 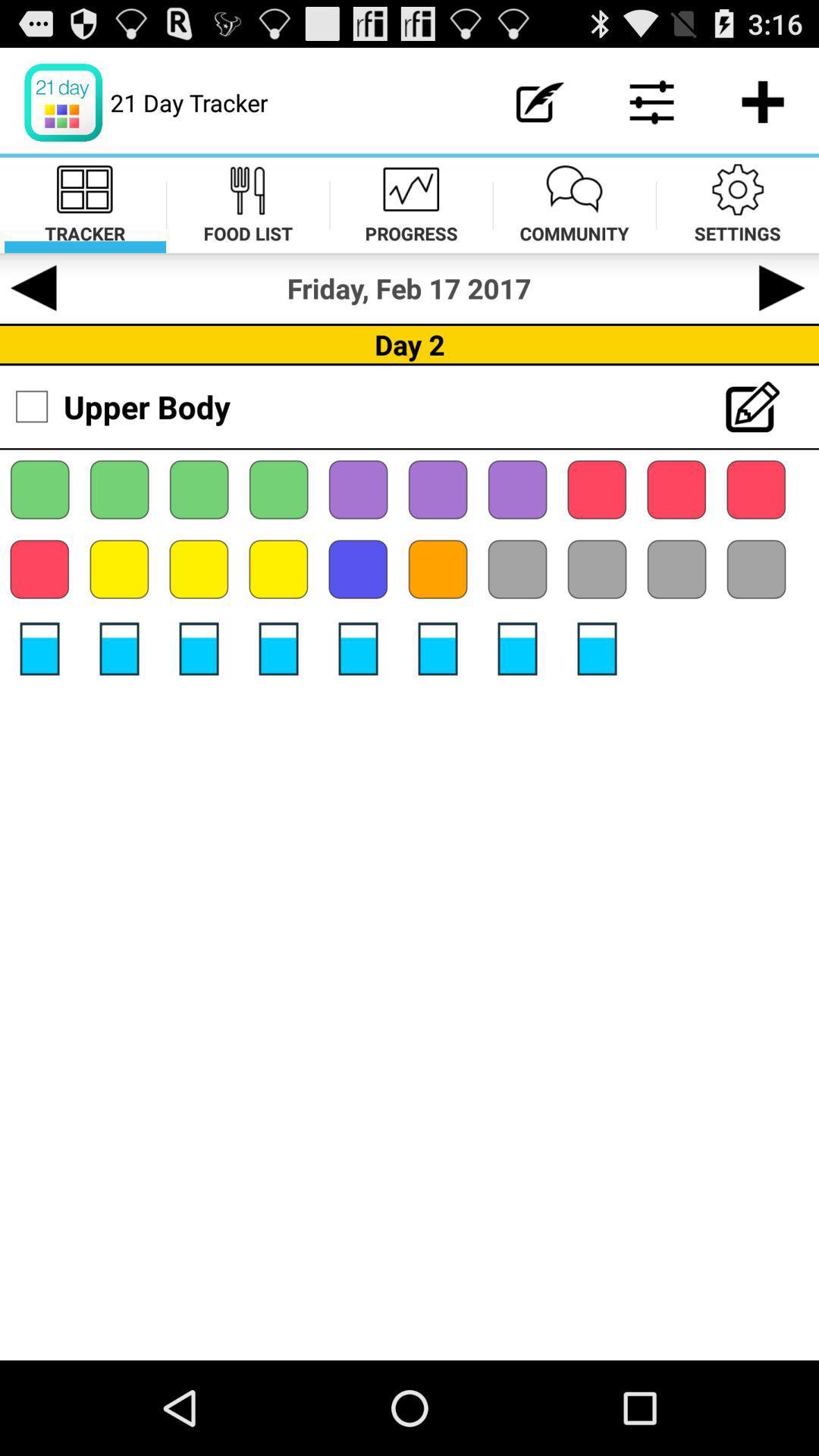 I want to click on the edit icon, so click(x=758, y=435).